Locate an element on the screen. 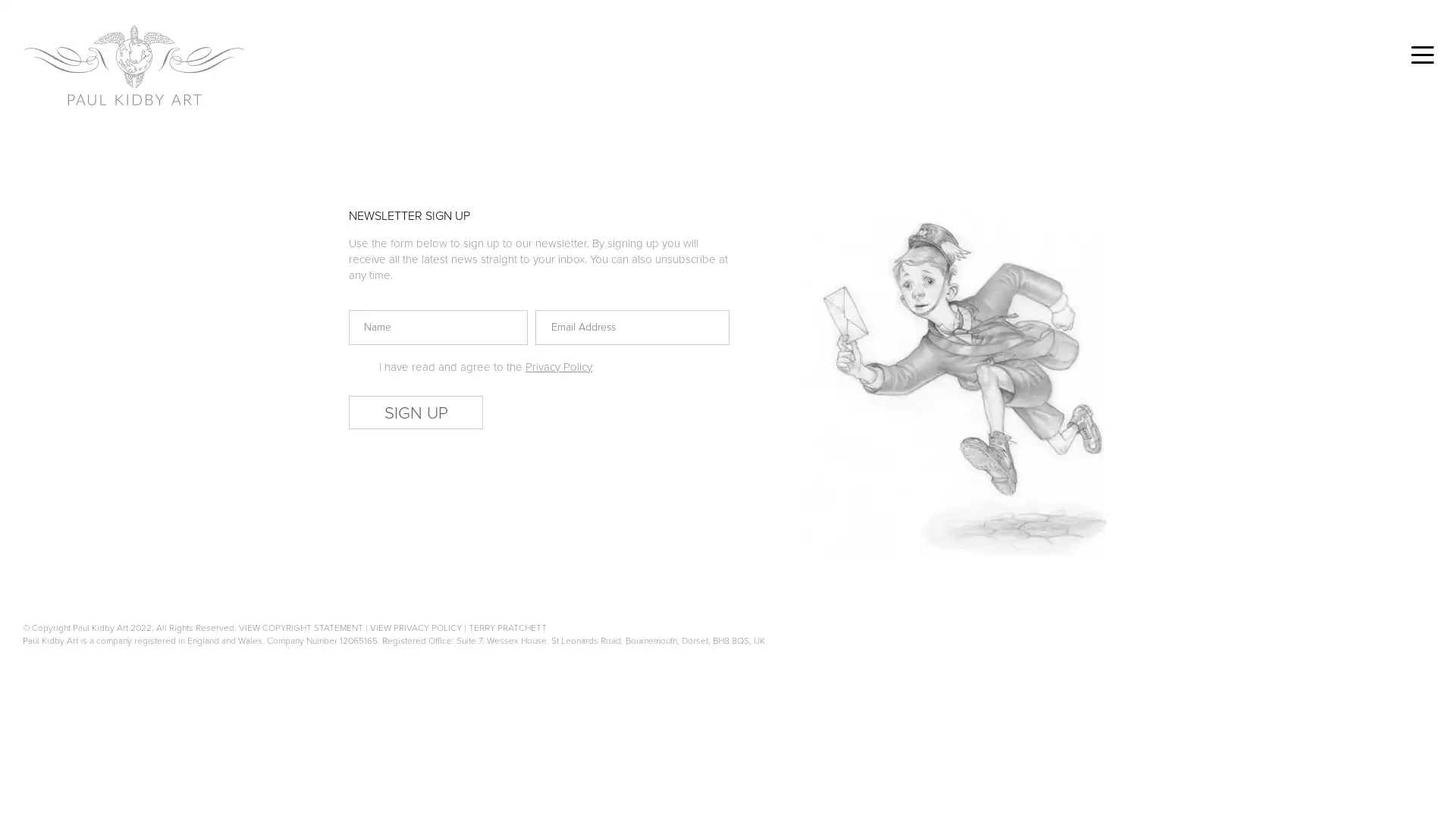  SIGN UP is located at coordinates (416, 412).